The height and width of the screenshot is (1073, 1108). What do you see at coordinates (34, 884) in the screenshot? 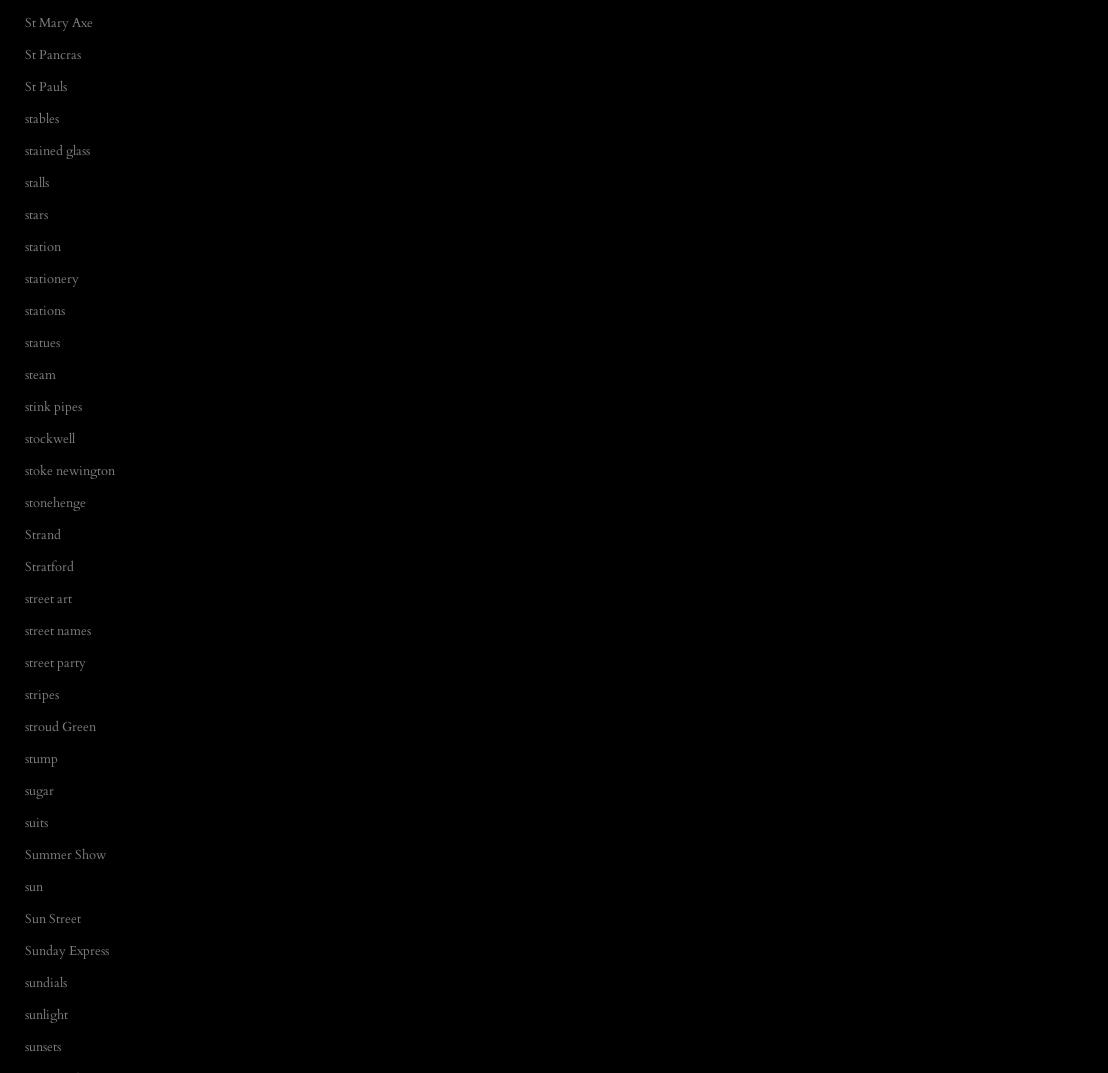
I see `'sun'` at bounding box center [34, 884].